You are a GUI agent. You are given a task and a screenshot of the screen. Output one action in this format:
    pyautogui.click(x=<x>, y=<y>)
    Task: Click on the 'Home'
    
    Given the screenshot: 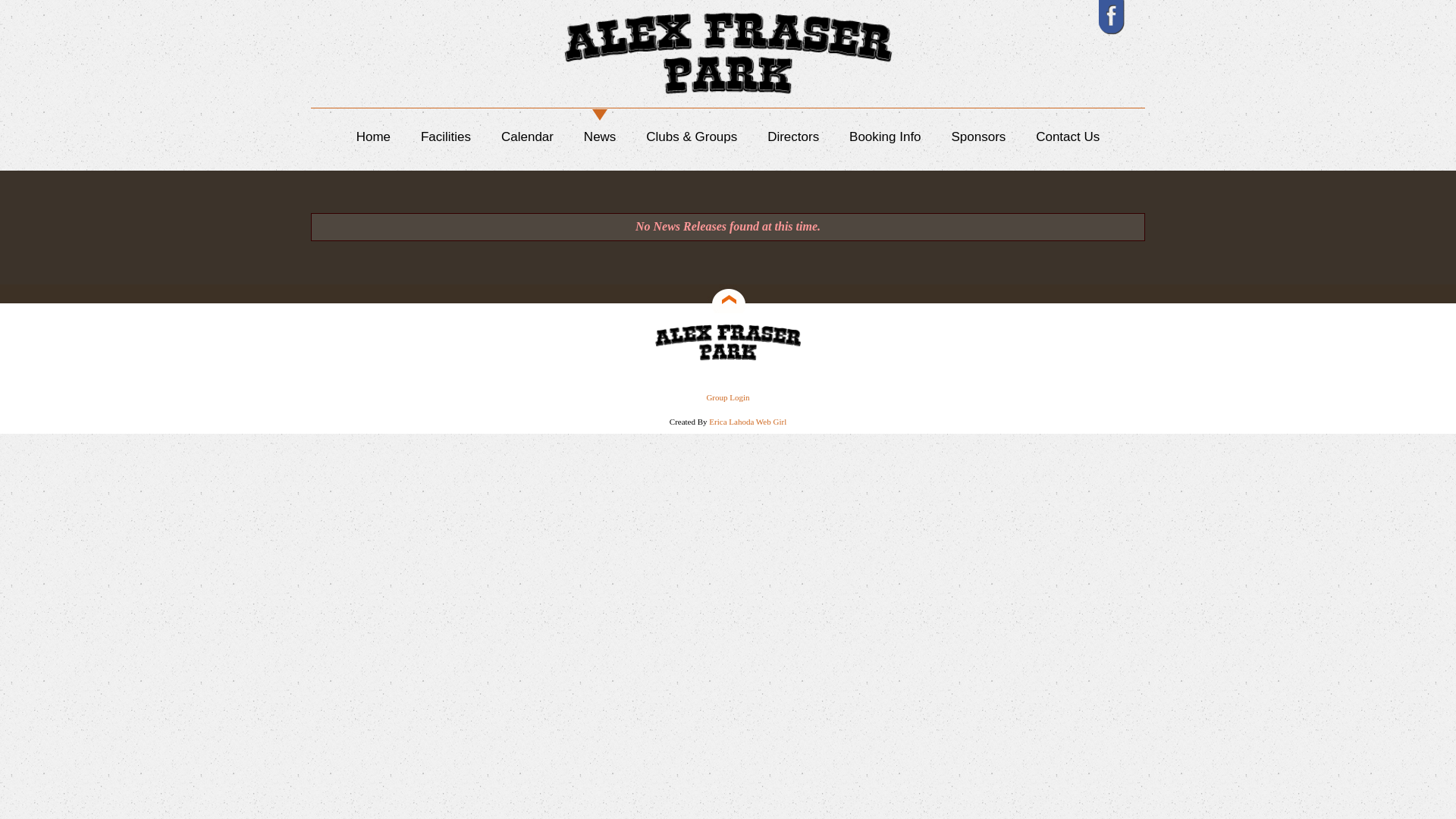 What is the action you would take?
    pyautogui.click(x=373, y=136)
    